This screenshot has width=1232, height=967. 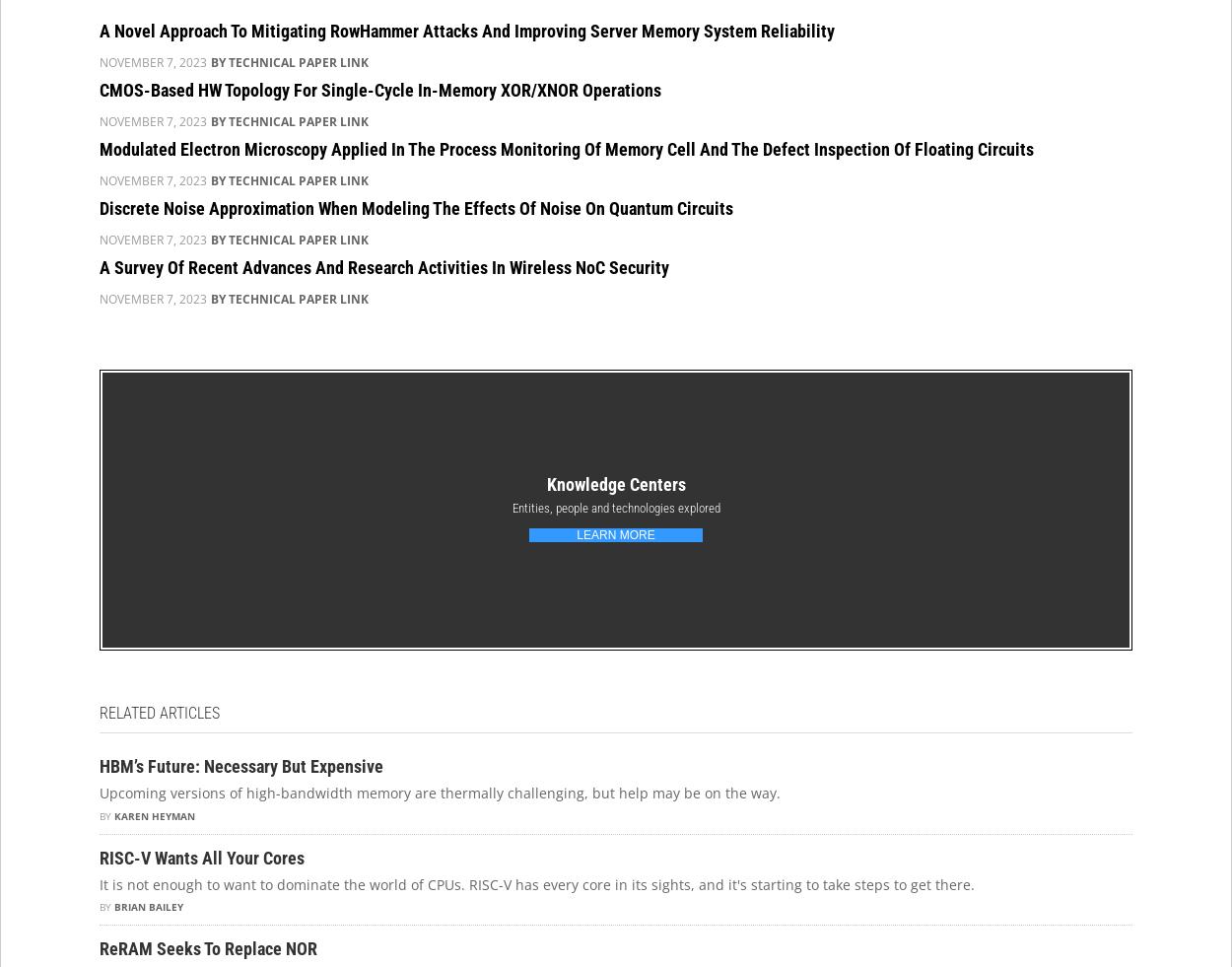 What do you see at coordinates (155, 814) in the screenshot?
I see `'Karen Heyman'` at bounding box center [155, 814].